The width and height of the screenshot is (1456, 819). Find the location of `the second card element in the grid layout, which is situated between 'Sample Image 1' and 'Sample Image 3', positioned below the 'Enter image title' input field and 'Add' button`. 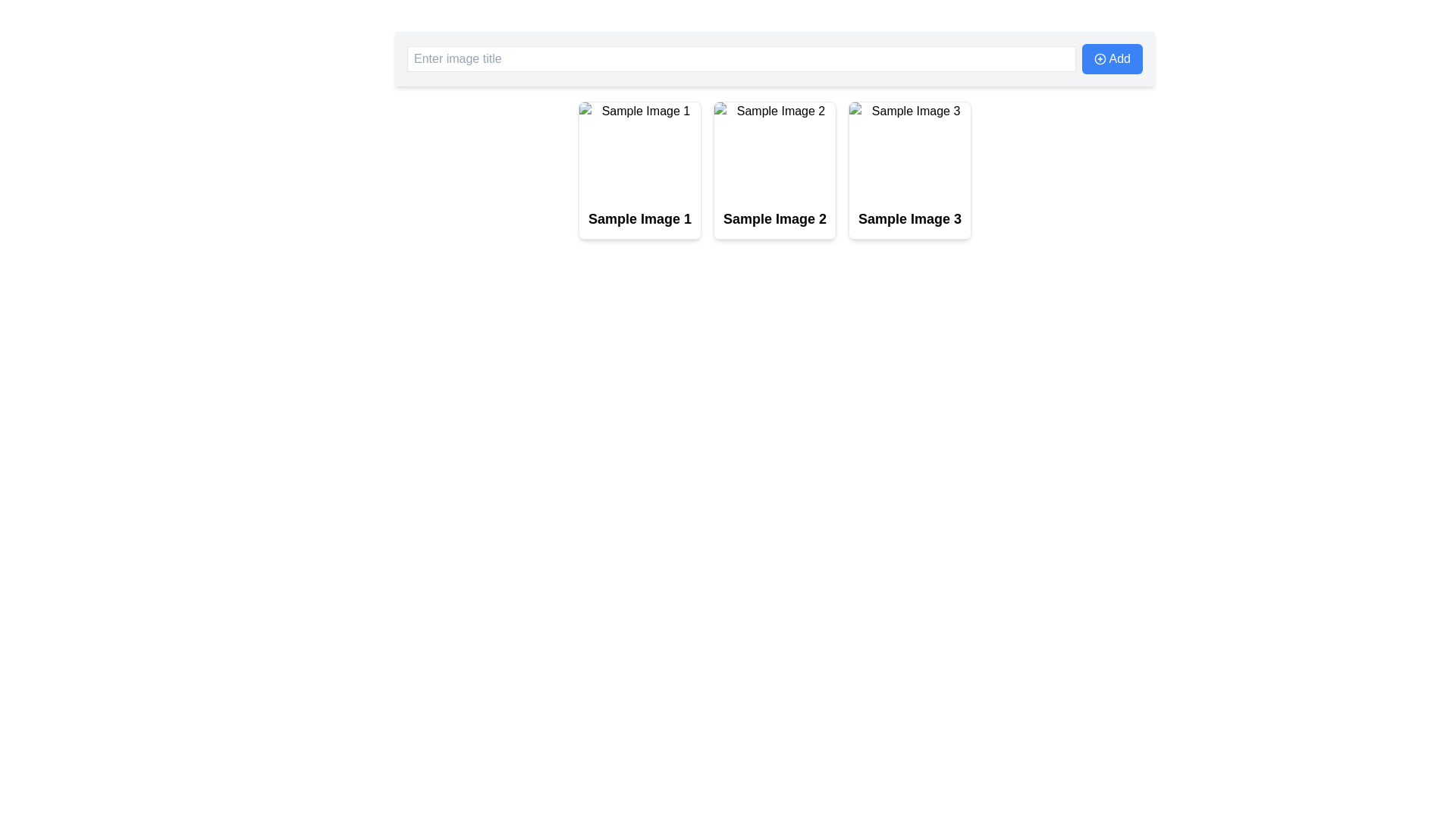

the second card element in the grid layout, which is situated between 'Sample Image 1' and 'Sample Image 3', positioned below the 'Enter image title' input field and 'Add' button is located at coordinates (775, 170).